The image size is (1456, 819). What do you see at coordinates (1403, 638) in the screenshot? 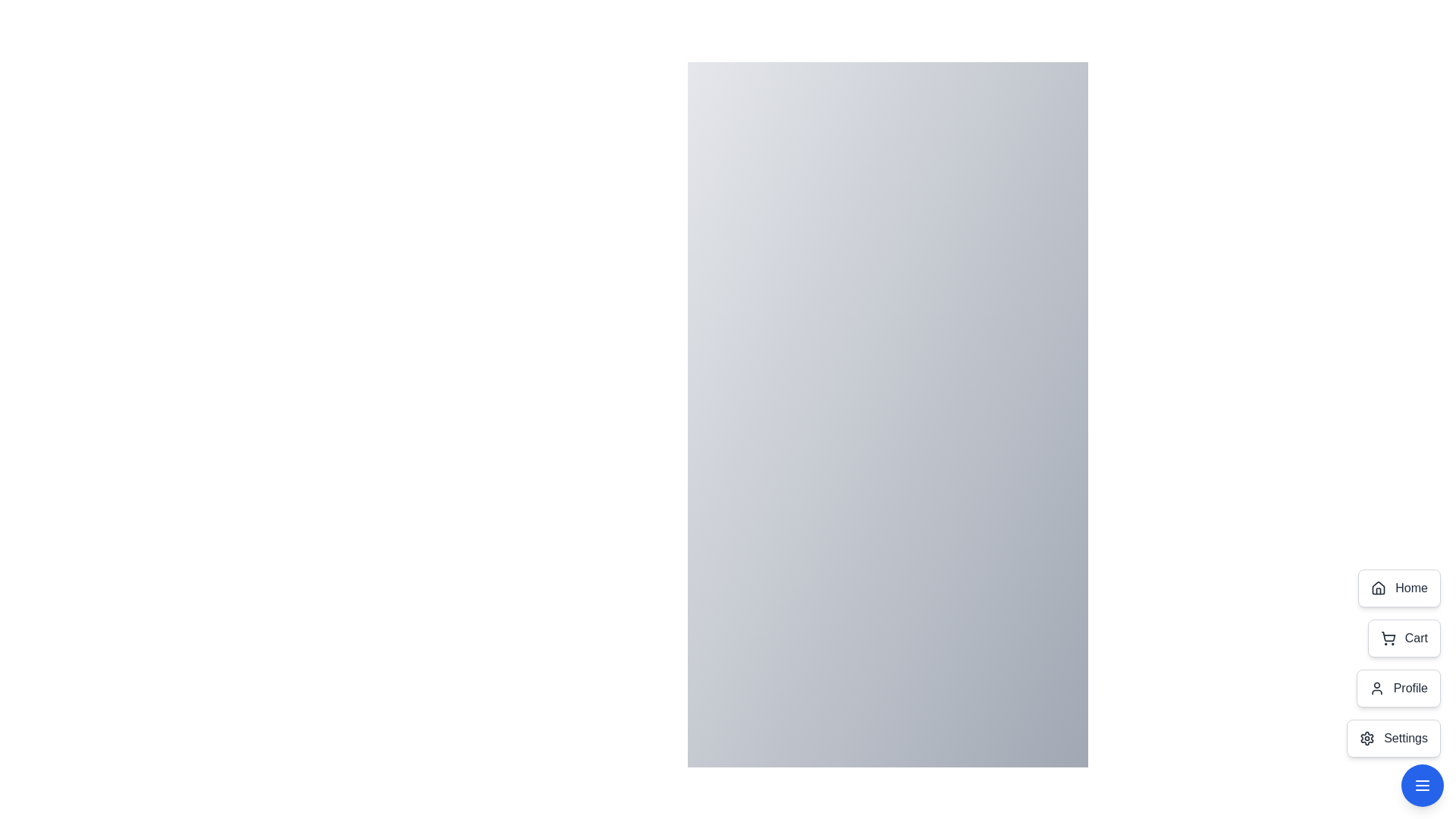
I see `the Cart navigation button` at bounding box center [1403, 638].